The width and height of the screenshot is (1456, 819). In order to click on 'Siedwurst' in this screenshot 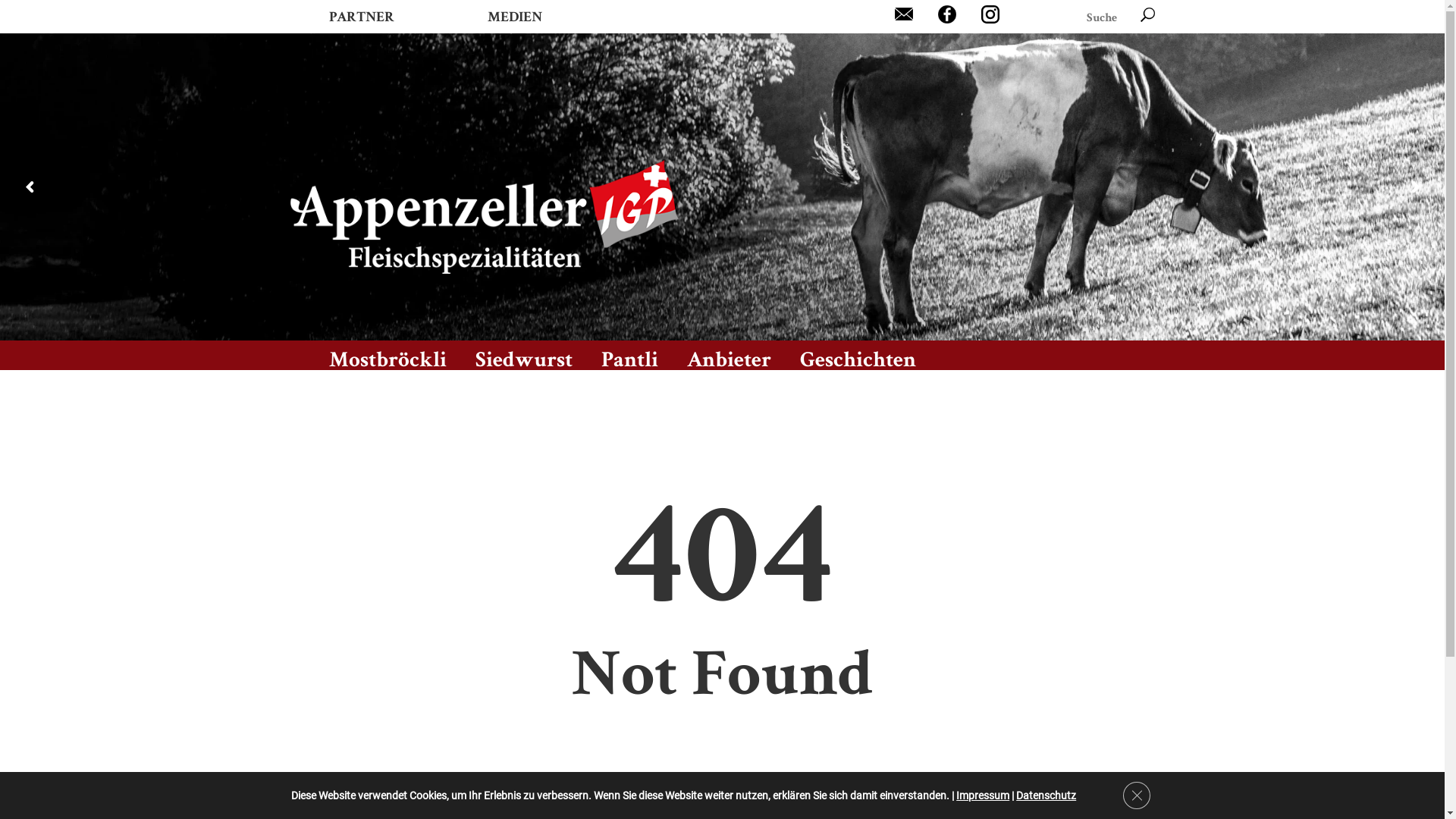, I will do `click(473, 355)`.